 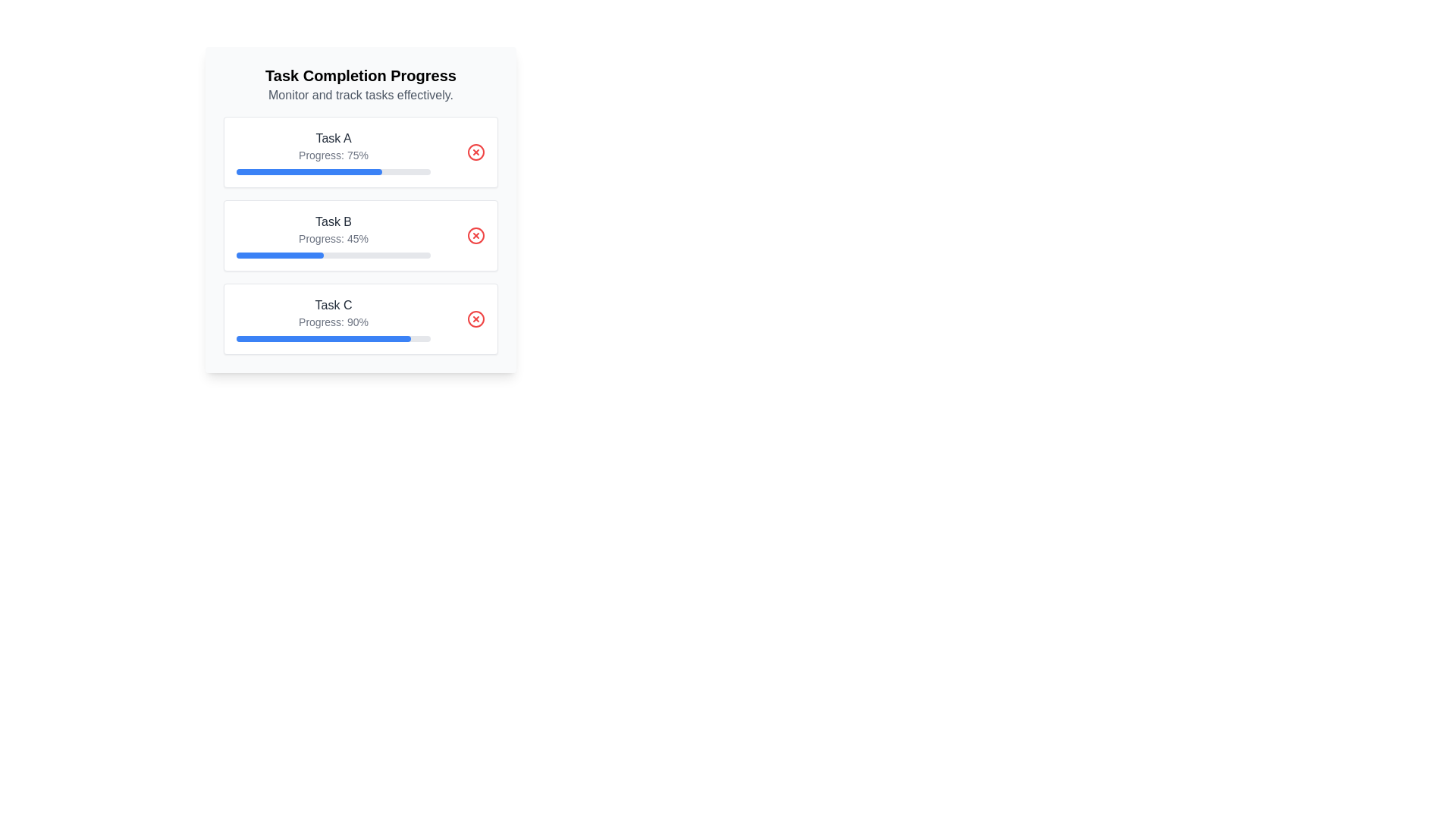 What do you see at coordinates (333, 338) in the screenshot?
I see `the progress bar indicating 'Task C', which is primarily grey with a blue segment covering 90% of its width, located beneath the text 'Progress: 90%'` at bounding box center [333, 338].